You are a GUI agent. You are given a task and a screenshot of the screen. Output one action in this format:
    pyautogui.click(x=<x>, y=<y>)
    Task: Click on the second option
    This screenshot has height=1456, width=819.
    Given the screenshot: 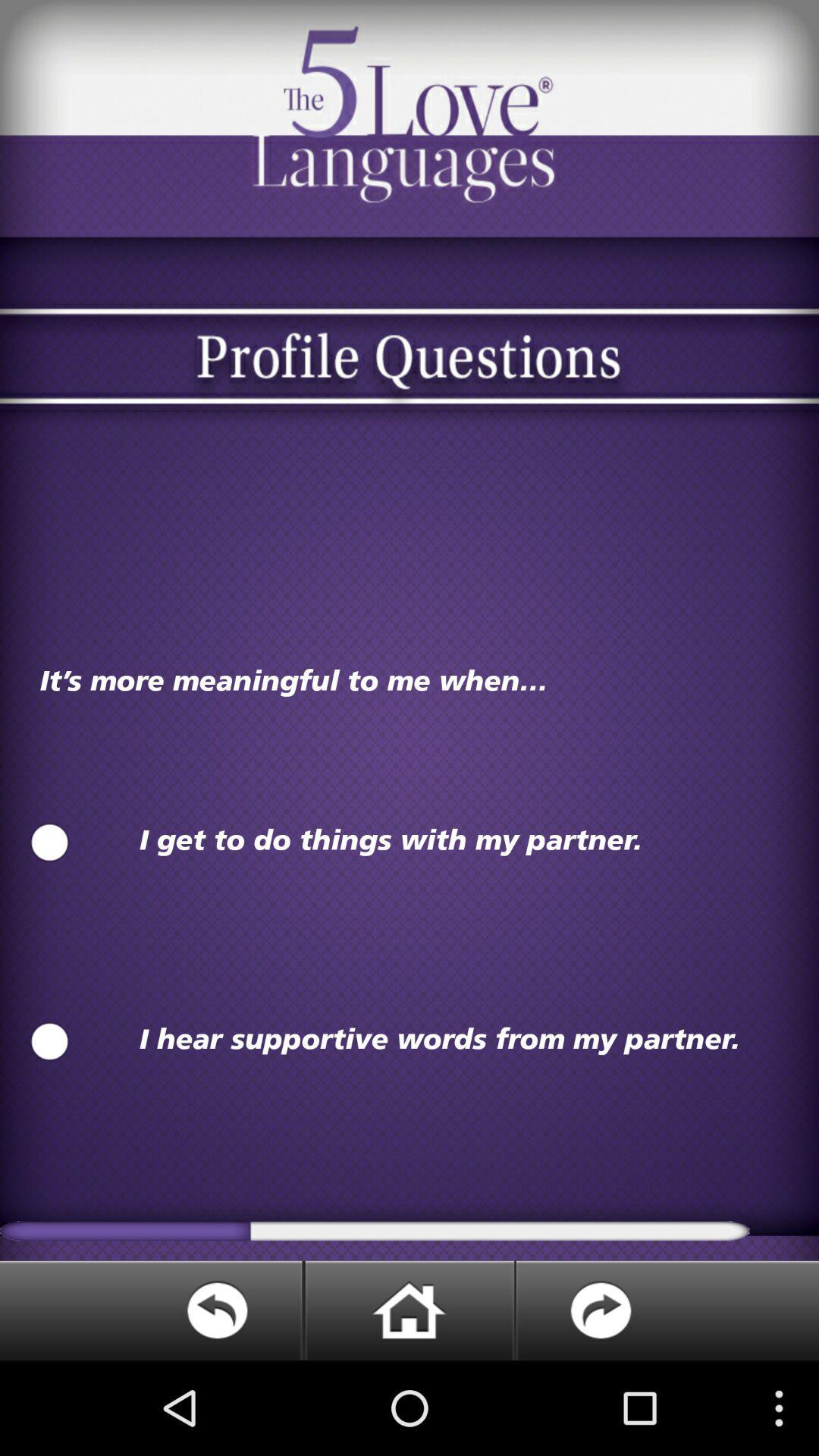 What is the action you would take?
    pyautogui.click(x=49, y=1040)
    